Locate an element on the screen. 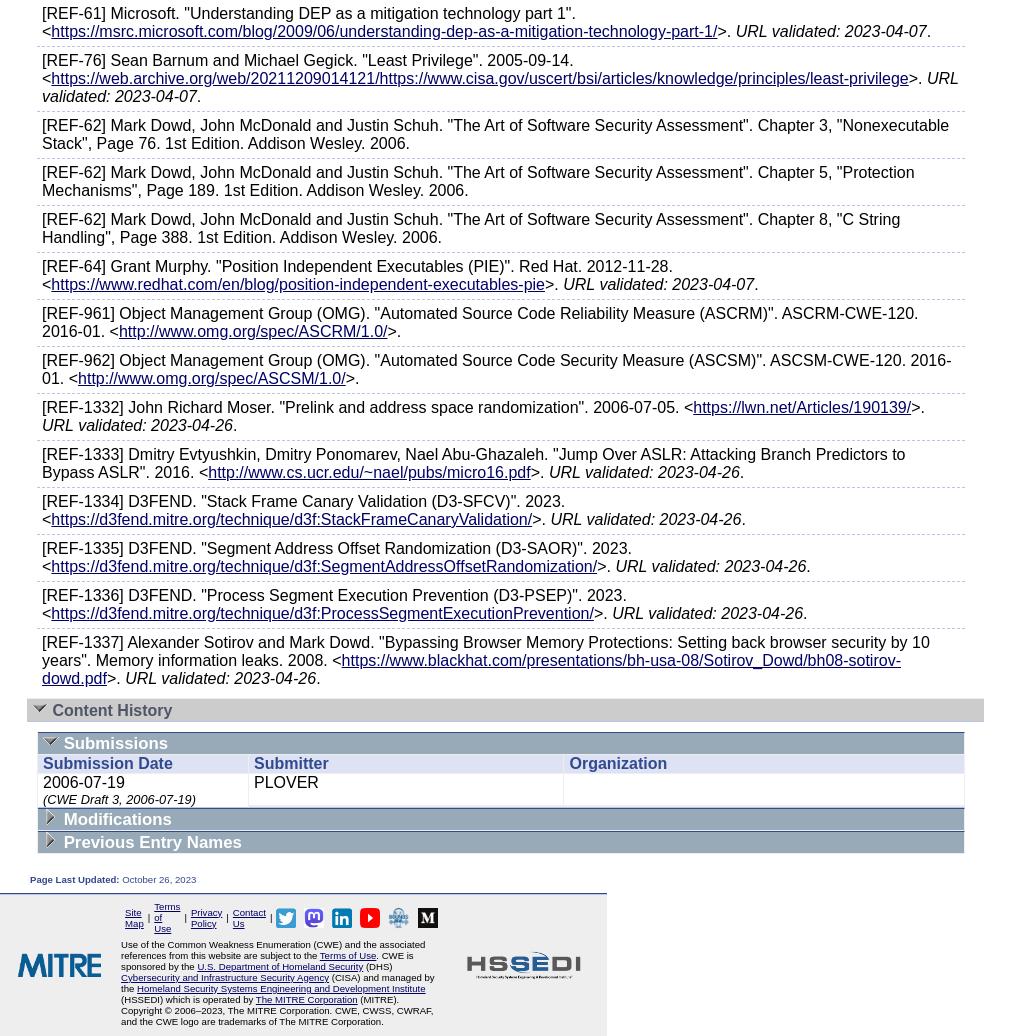  'Page Last Updated:' is located at coordinates (75, 879).